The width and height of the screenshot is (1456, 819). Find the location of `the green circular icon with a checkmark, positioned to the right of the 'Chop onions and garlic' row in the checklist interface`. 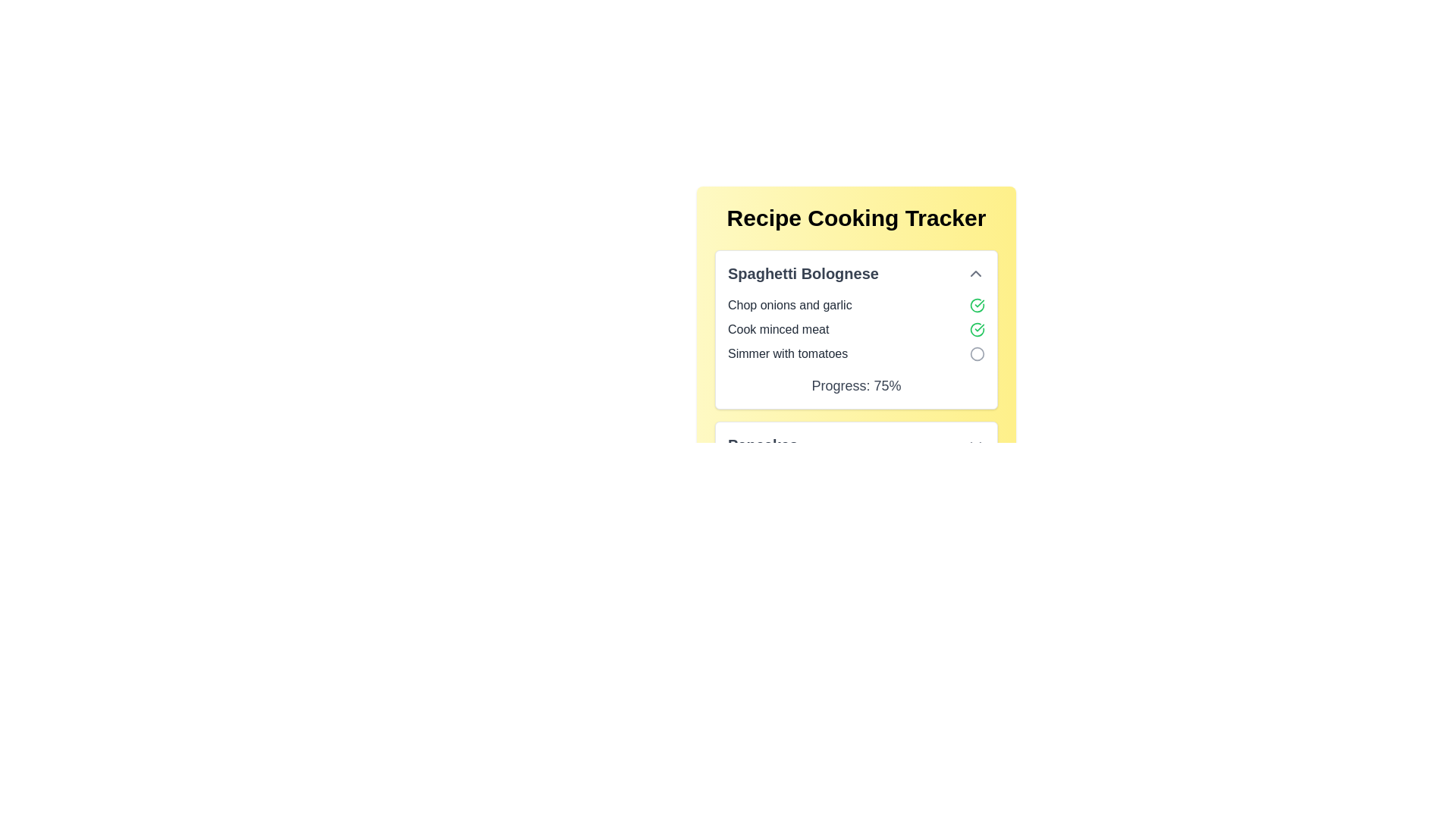

the green circular icon with a checkmark, positioned to the right of the 'Chop onions and garlic' row in the checklist interface is located at coordinates (977, 305).